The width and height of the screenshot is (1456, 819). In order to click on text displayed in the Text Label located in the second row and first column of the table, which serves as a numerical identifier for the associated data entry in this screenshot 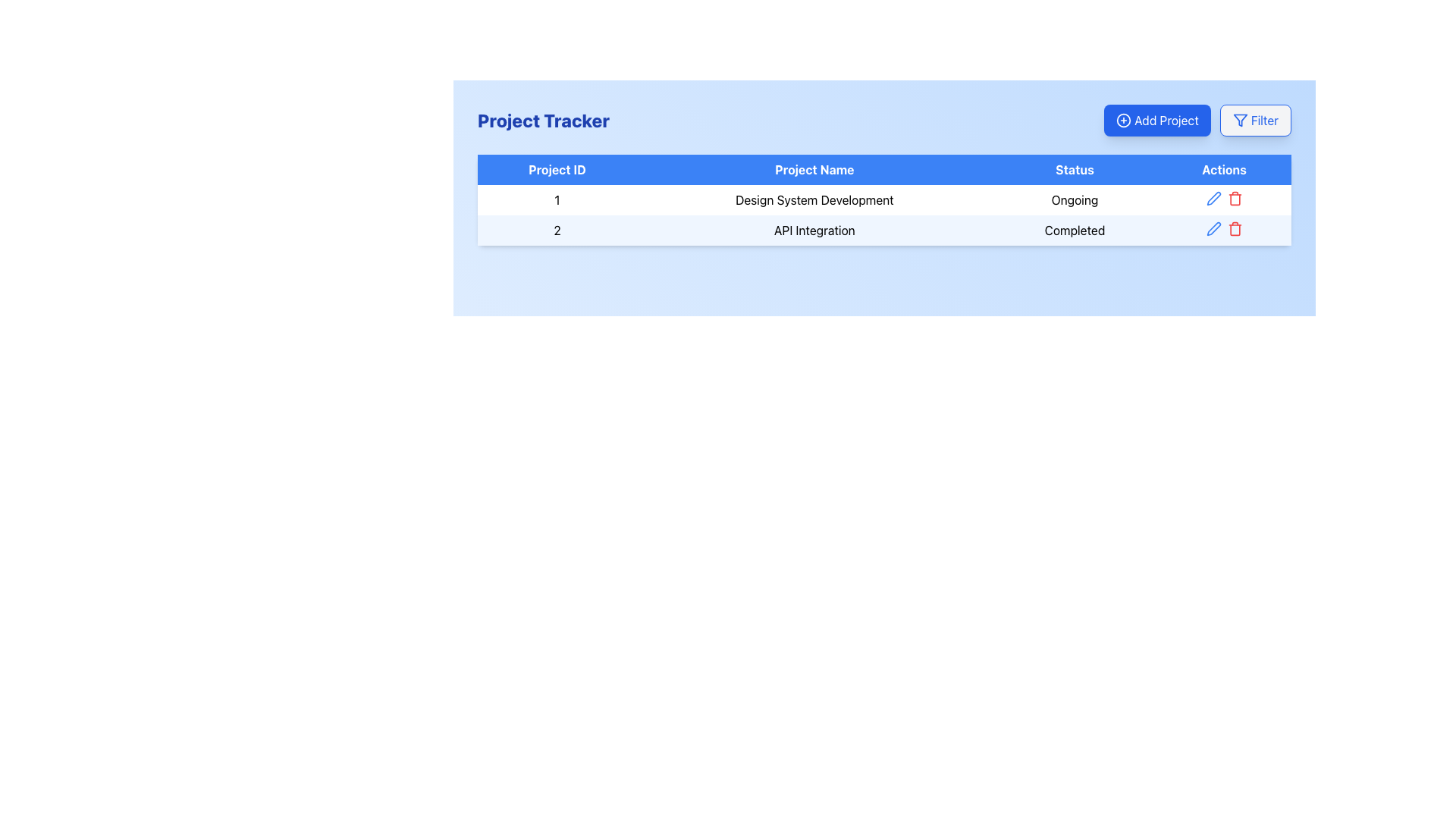, I will do `click(556, 231)`.